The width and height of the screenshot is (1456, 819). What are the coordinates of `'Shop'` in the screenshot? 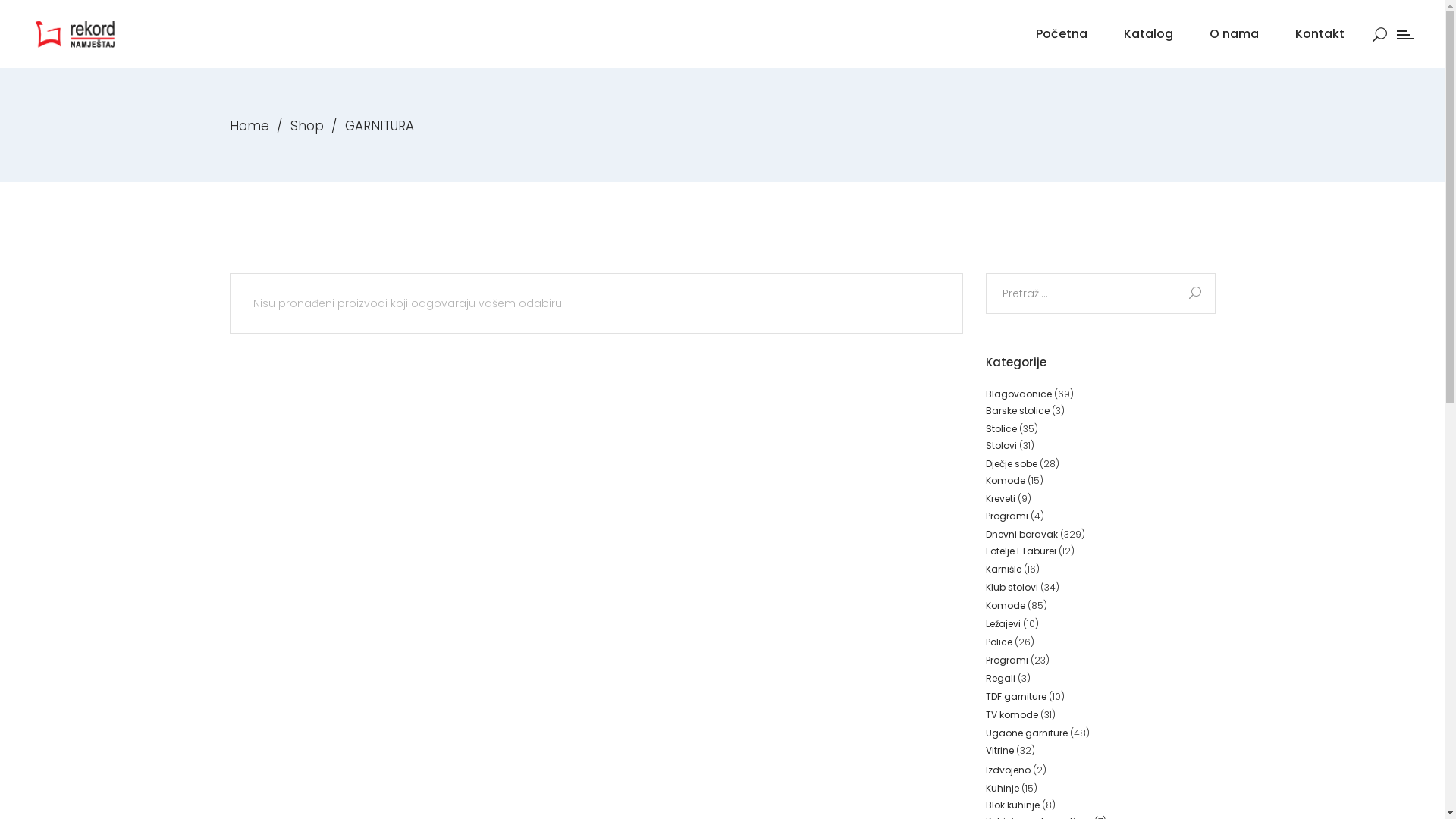 It's located at (290, 124).